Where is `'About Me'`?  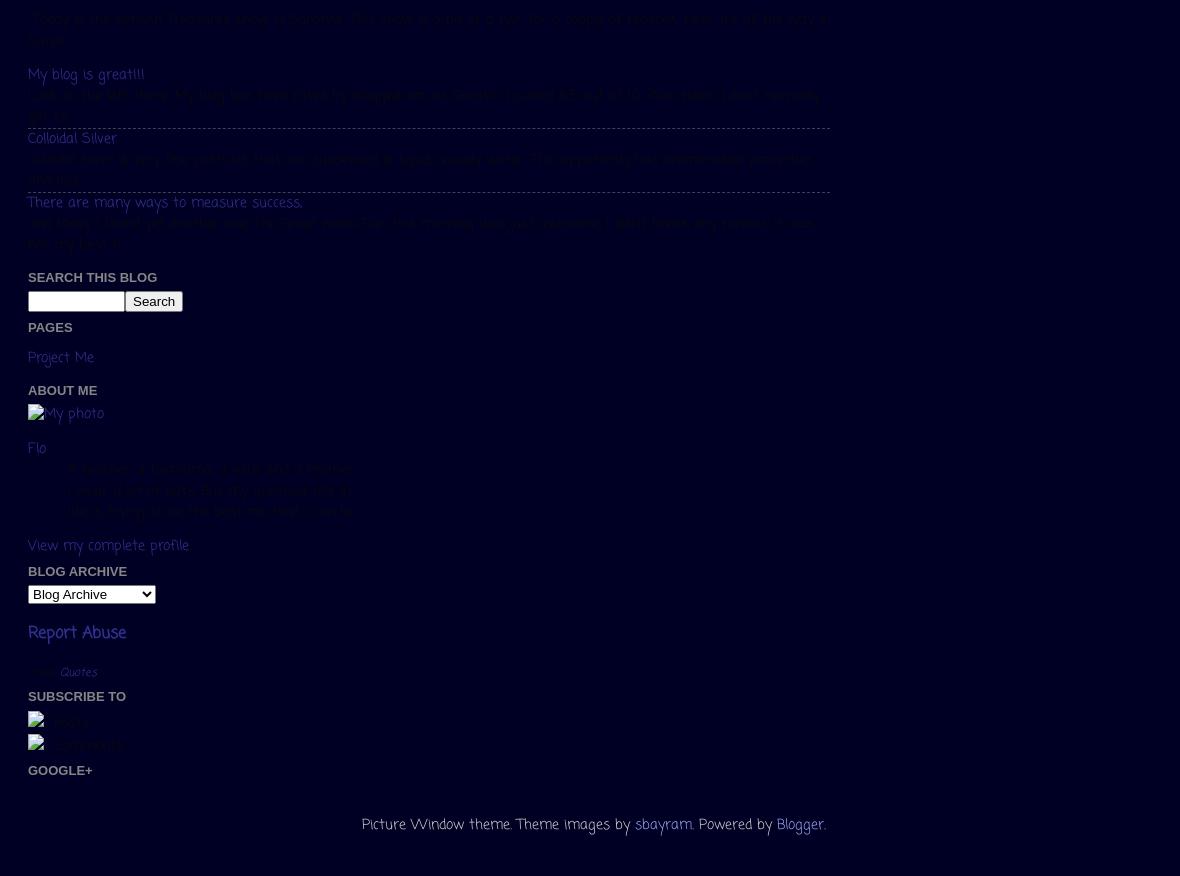
'About Me' is located at coordinates (61, 389).